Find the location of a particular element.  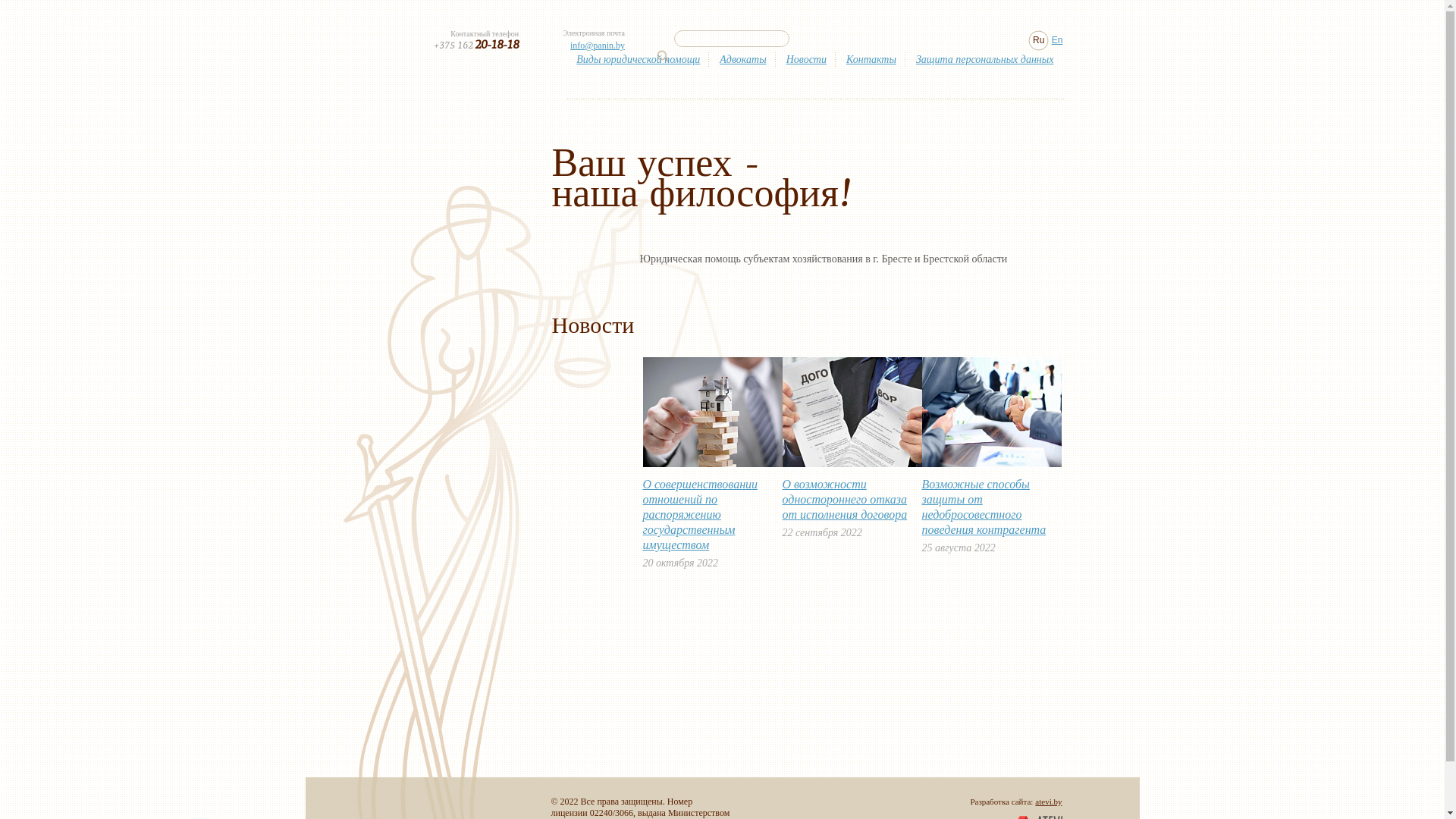

'Ru' is located at coordinates (1037, 39).